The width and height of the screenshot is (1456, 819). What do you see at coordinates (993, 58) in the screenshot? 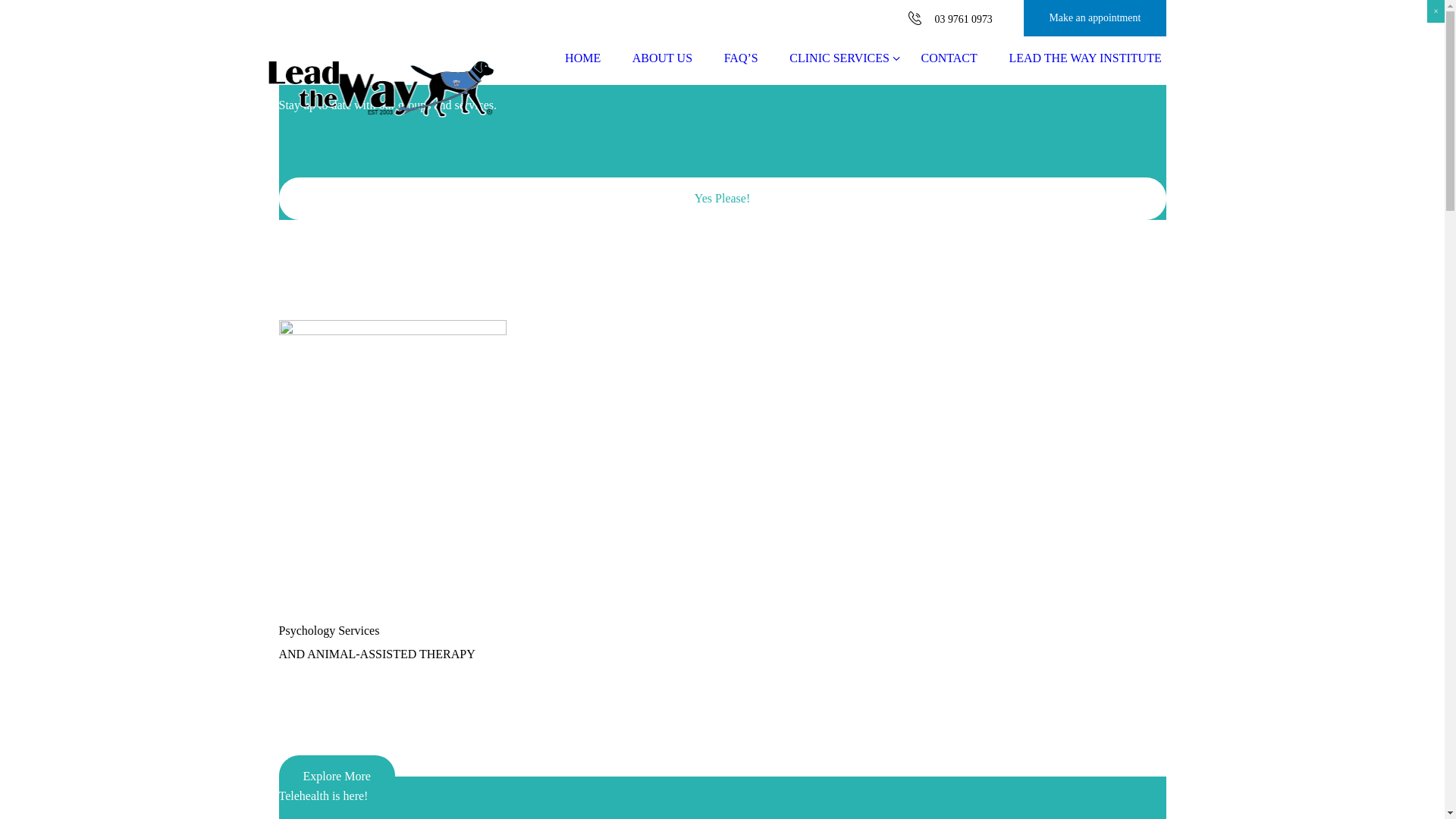
I see `'LEAD THE WAY INSTITUTE'` at bounding box center [993, 58].